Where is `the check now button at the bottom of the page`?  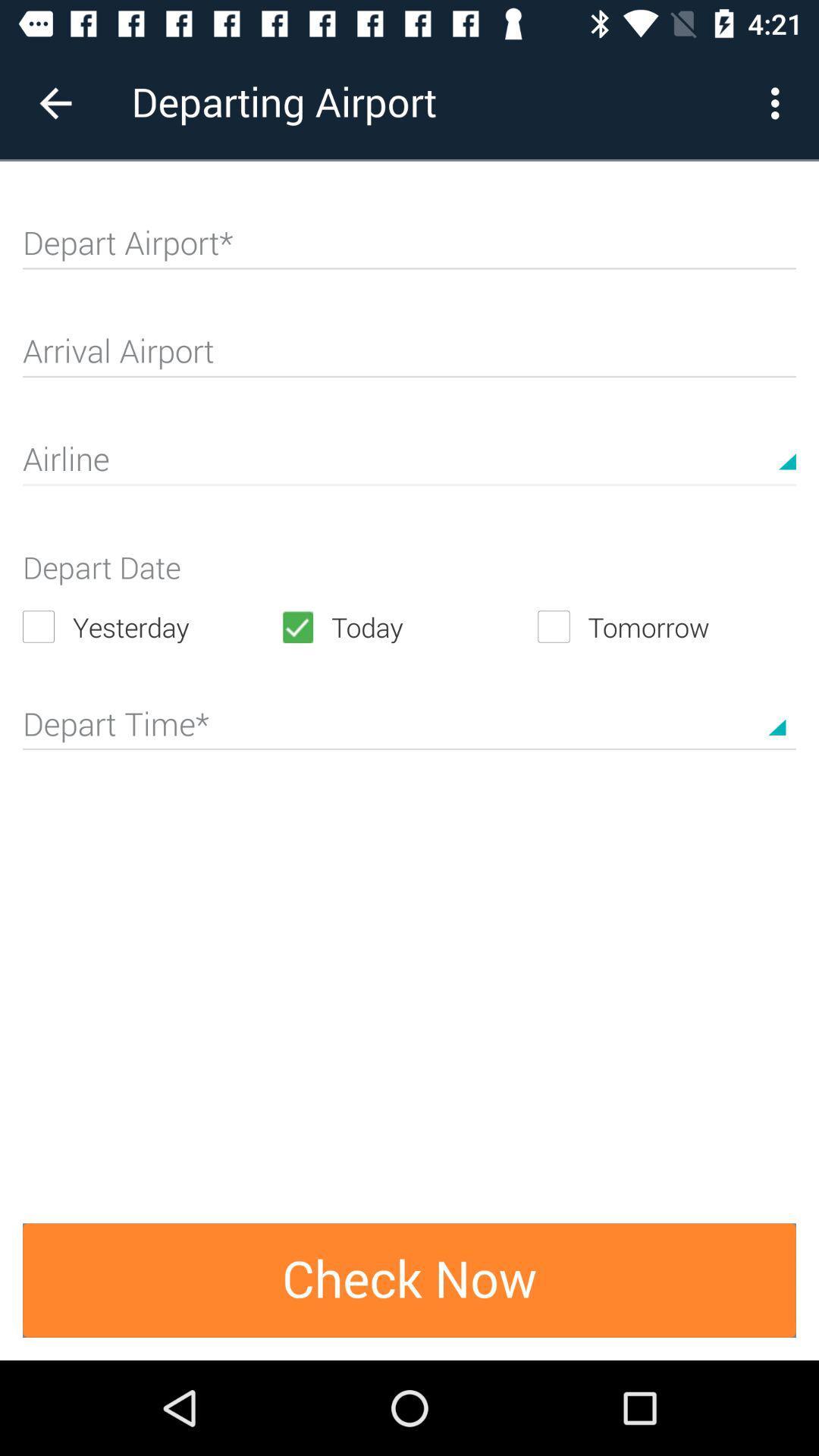 the check now button at the bottom of the page is located at coordinates (409, 1279).